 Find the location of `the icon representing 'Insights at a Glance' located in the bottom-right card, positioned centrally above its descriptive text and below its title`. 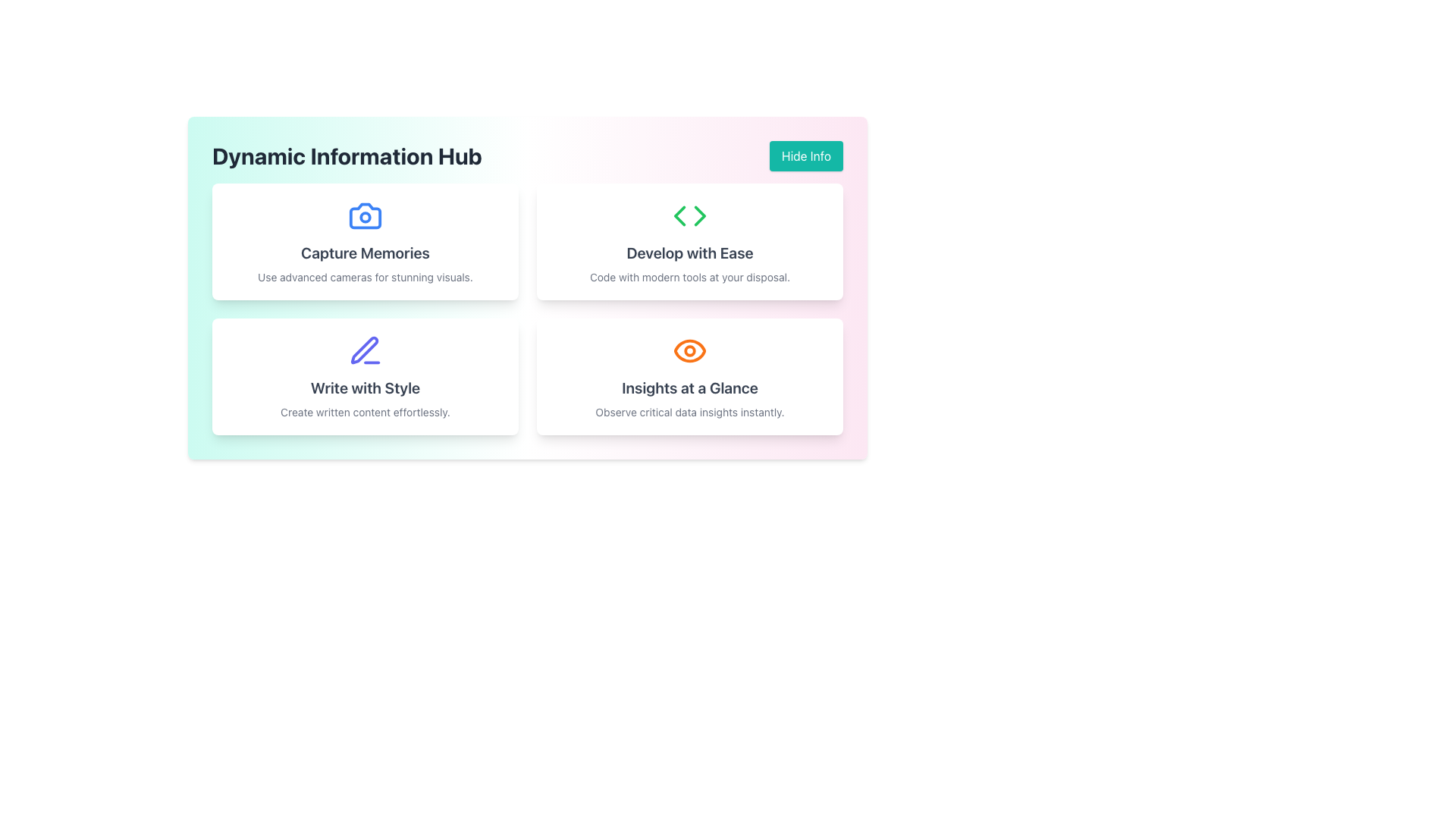

the icon representing 'Insights at a Glance' located in the bottom-right card, positioned centrally above its descriptive text and below its title is located at coordinates (689, 350).